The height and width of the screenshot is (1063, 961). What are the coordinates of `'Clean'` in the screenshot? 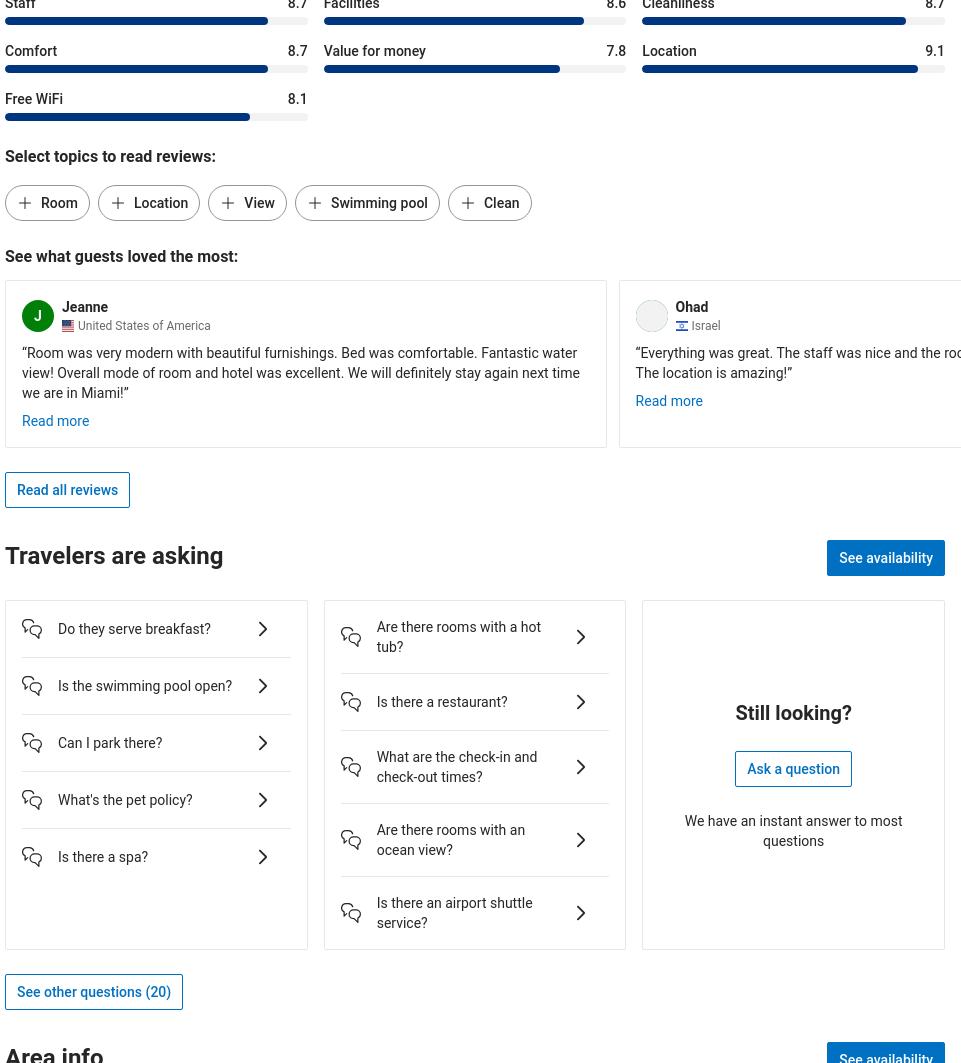 It's located at (482, 201).